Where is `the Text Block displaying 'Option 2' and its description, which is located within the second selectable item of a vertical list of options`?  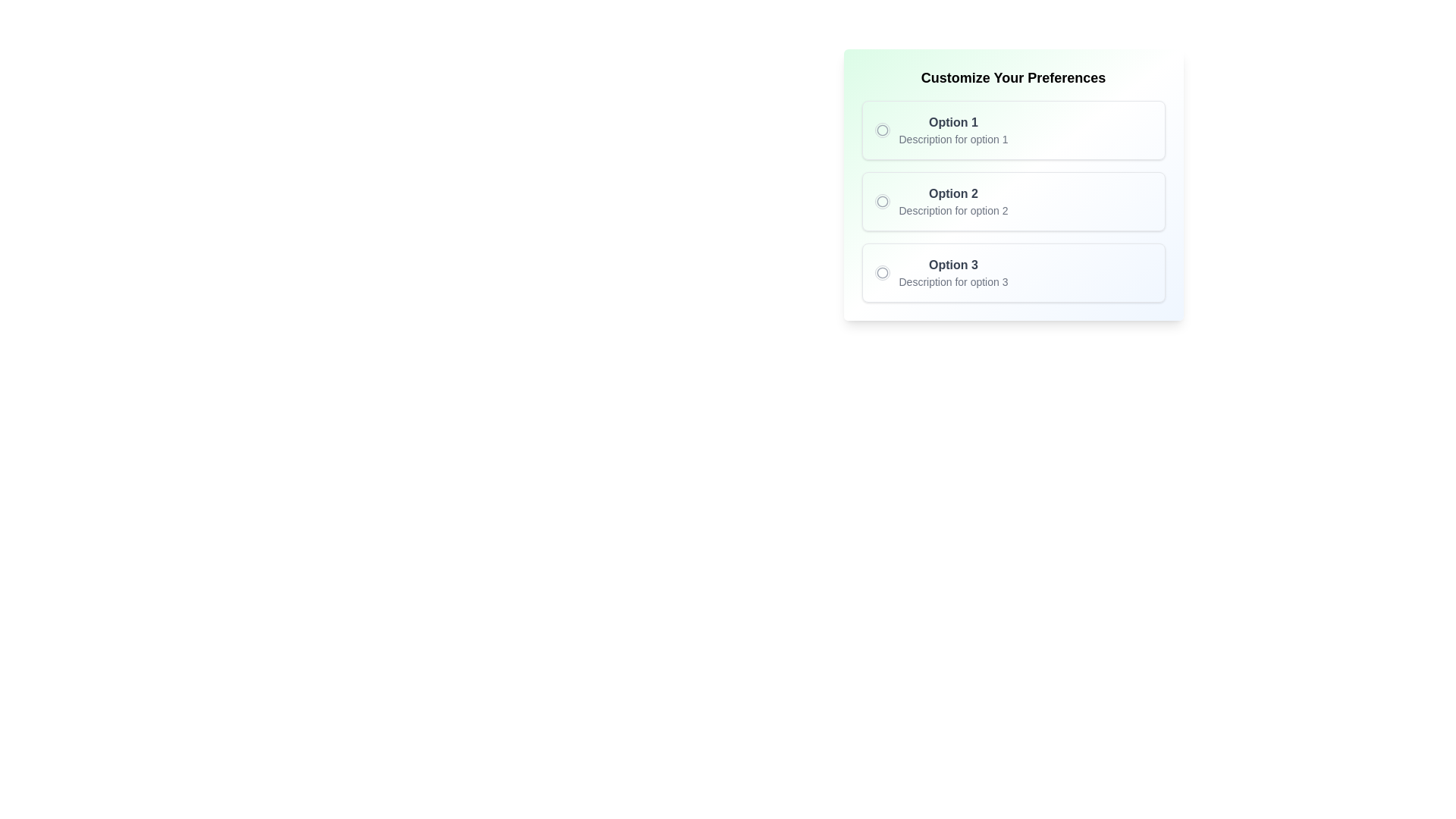
the Text Block displaying 'Option 2' and its description, which is located within the second selectable item of a vertical list of options is located at coordinates (952, 201).